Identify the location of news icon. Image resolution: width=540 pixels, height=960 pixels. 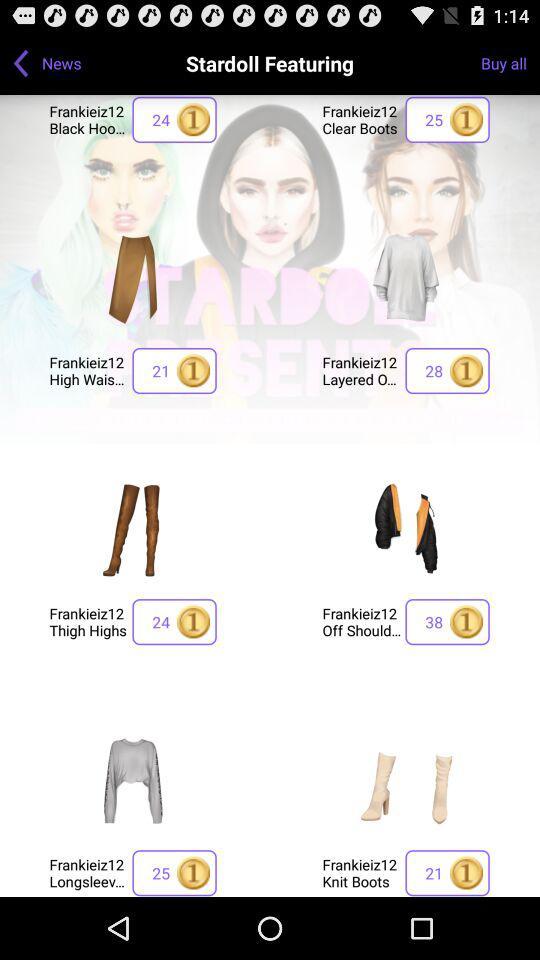
(61, 62).